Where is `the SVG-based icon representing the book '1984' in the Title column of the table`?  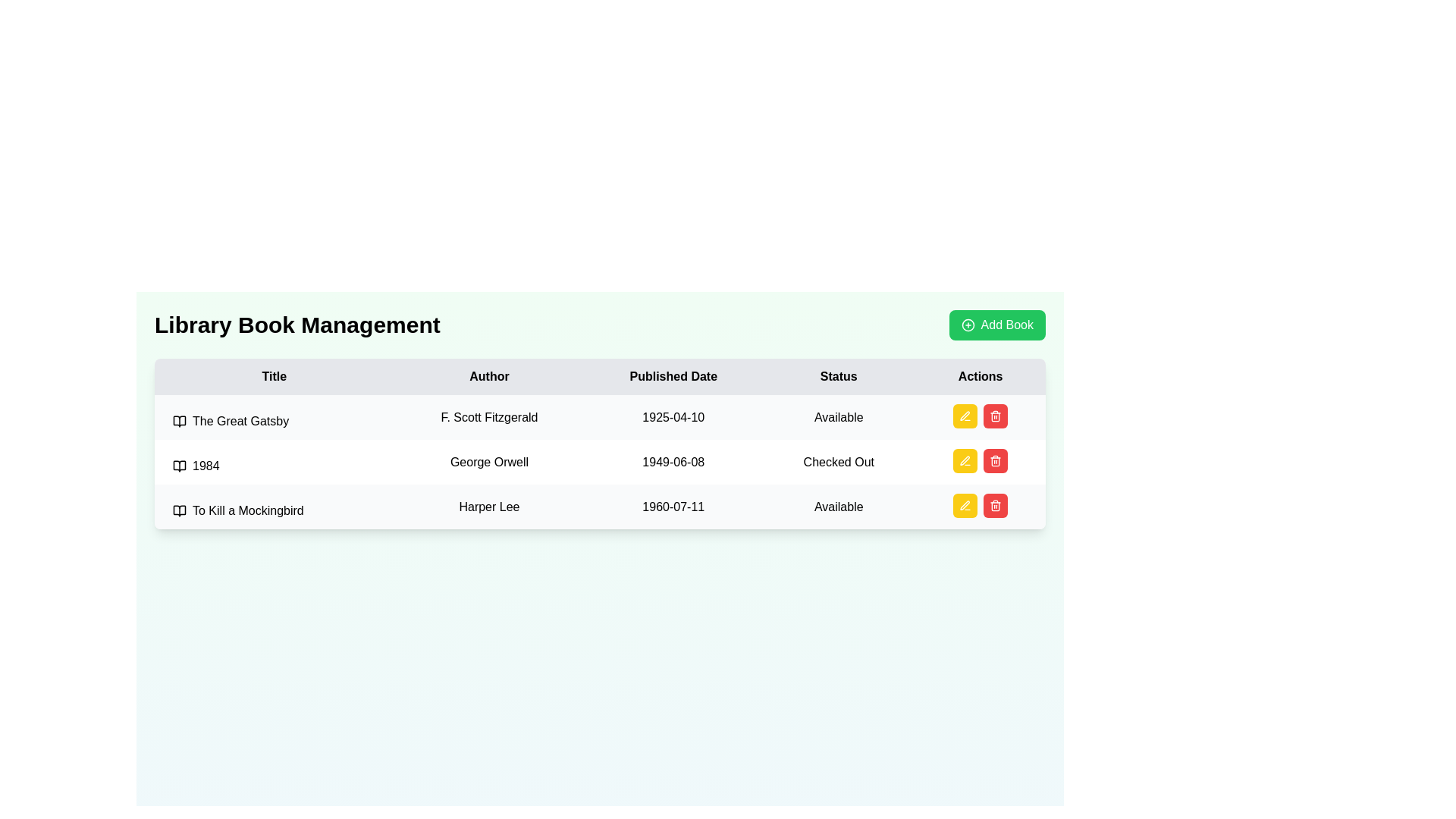 the SVG-based icon representing the book '1984' in the Title column of the table is located at coordinates (179, 465).